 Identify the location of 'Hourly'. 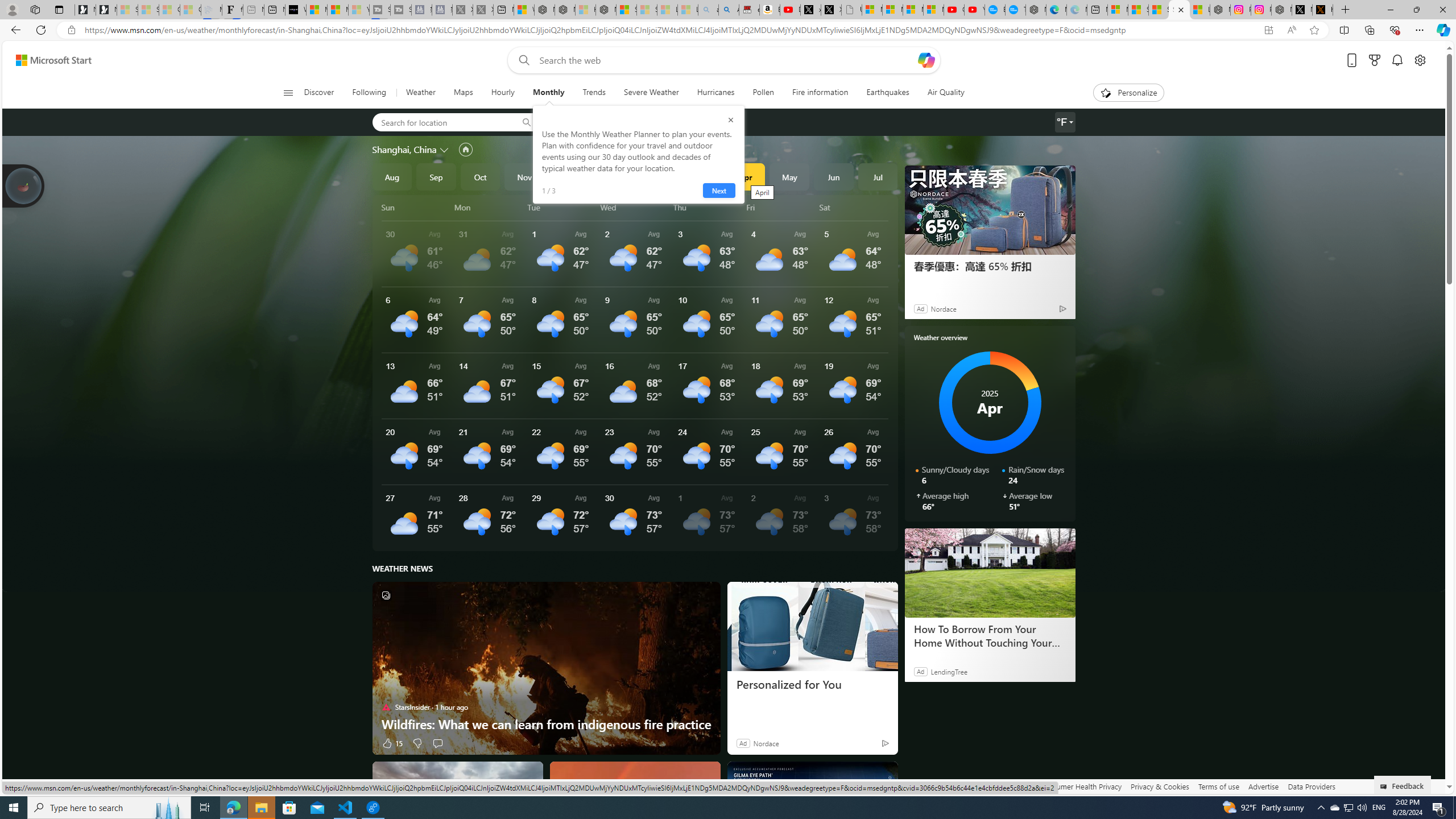
(503, 92).